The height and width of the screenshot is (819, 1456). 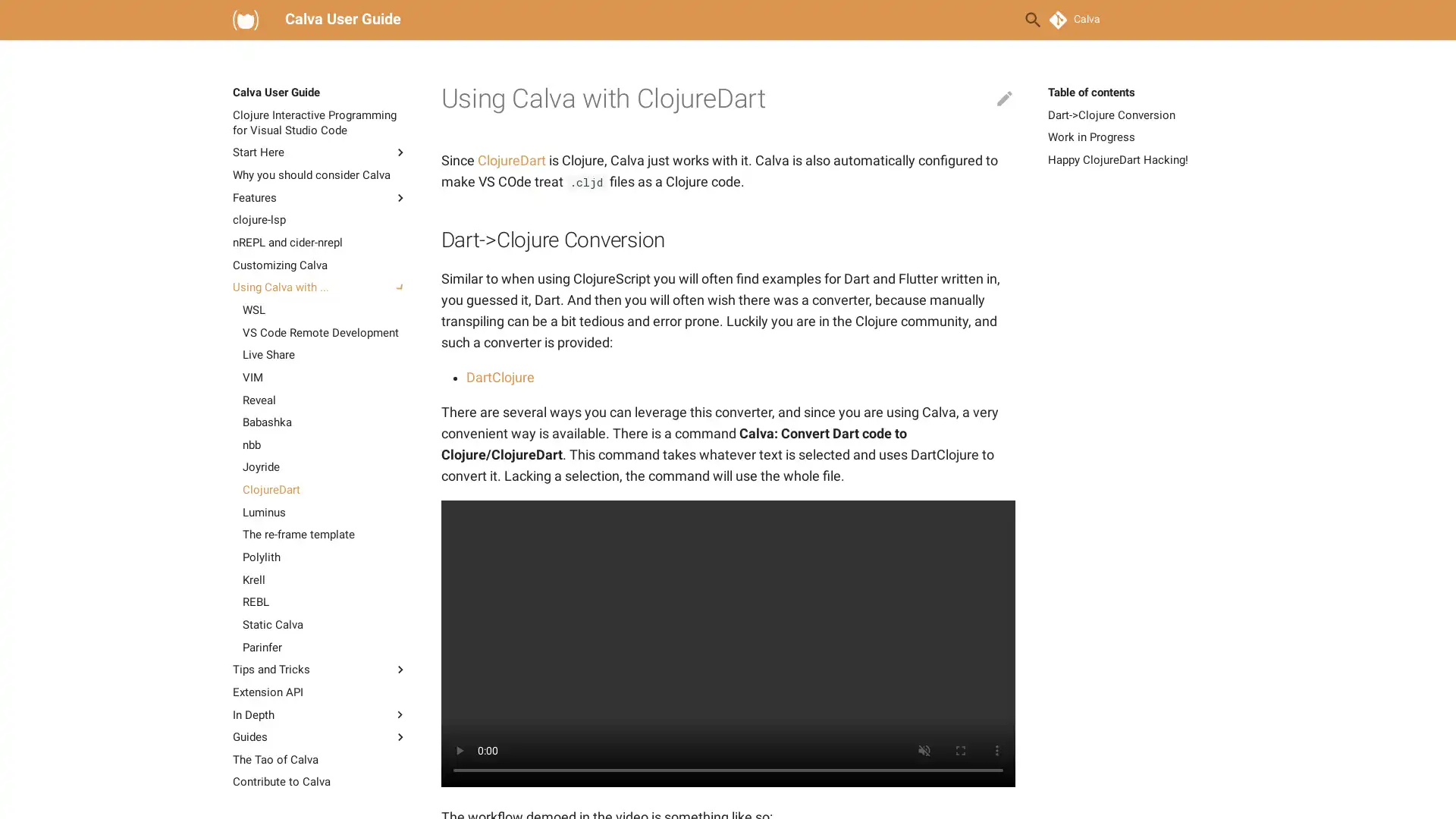 I want to click on enter full screen, so click(x=959, y=751).